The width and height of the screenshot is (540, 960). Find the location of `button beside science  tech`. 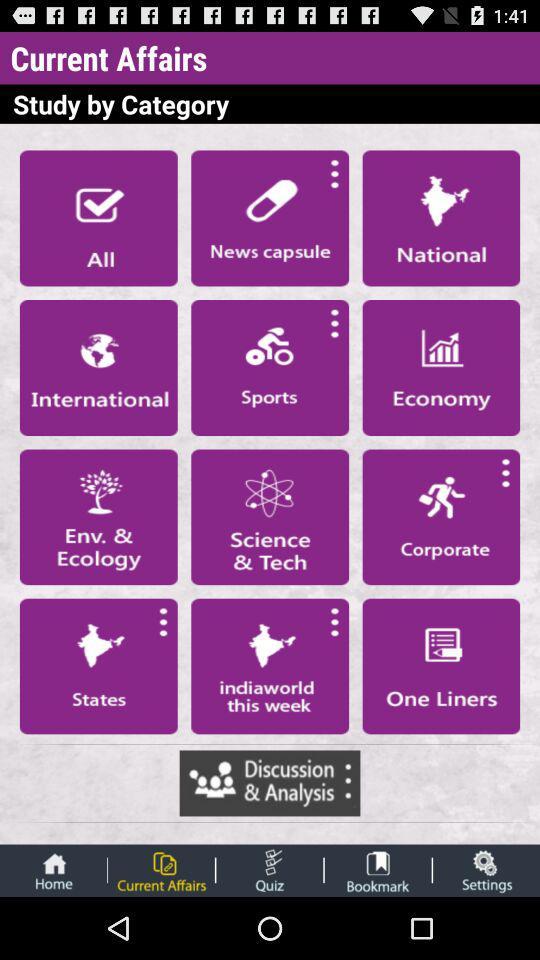

button beside science  tech is located at coordinates (97, 515).